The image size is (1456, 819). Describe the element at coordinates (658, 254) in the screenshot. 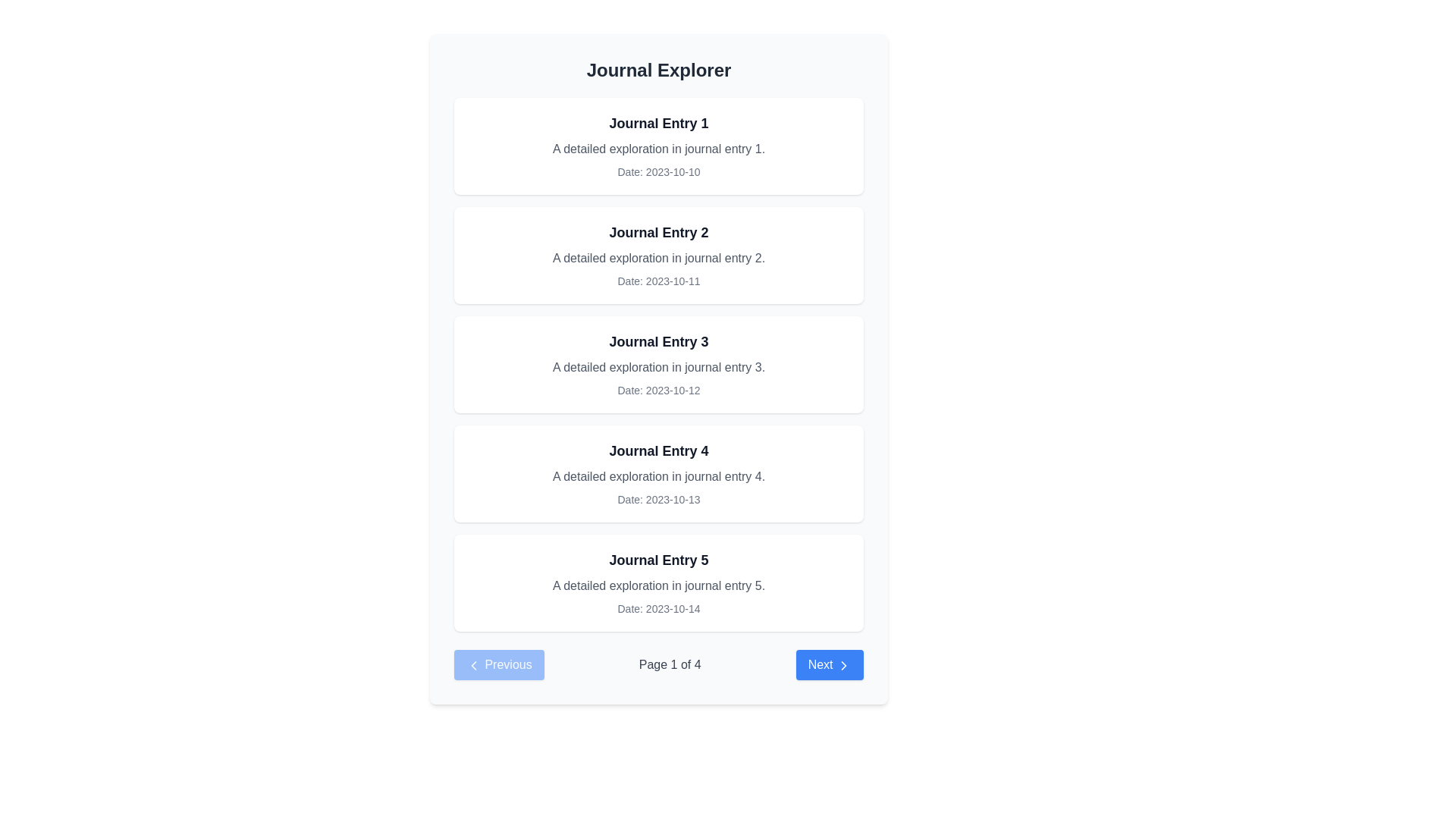

I see `text from the Information Panel titled 'Journal Entry 2', which contains the subtitle 'A detailed exploration in journal entry 2.' and the date 'Date: 2023-10-11'` at that location.